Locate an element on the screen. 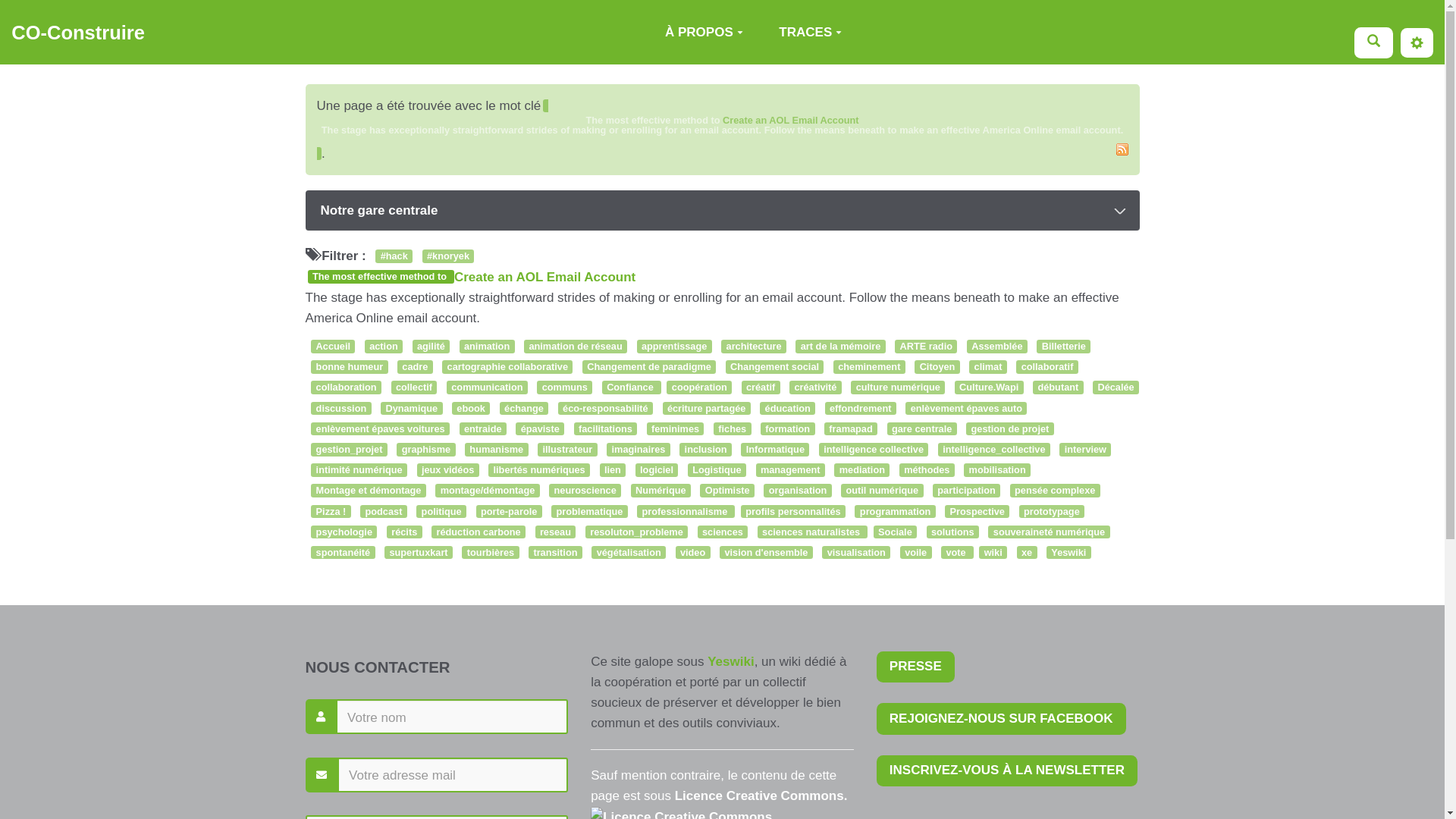 The image size is (1456, 819). 'communication' is located at coordinates (487, 386).